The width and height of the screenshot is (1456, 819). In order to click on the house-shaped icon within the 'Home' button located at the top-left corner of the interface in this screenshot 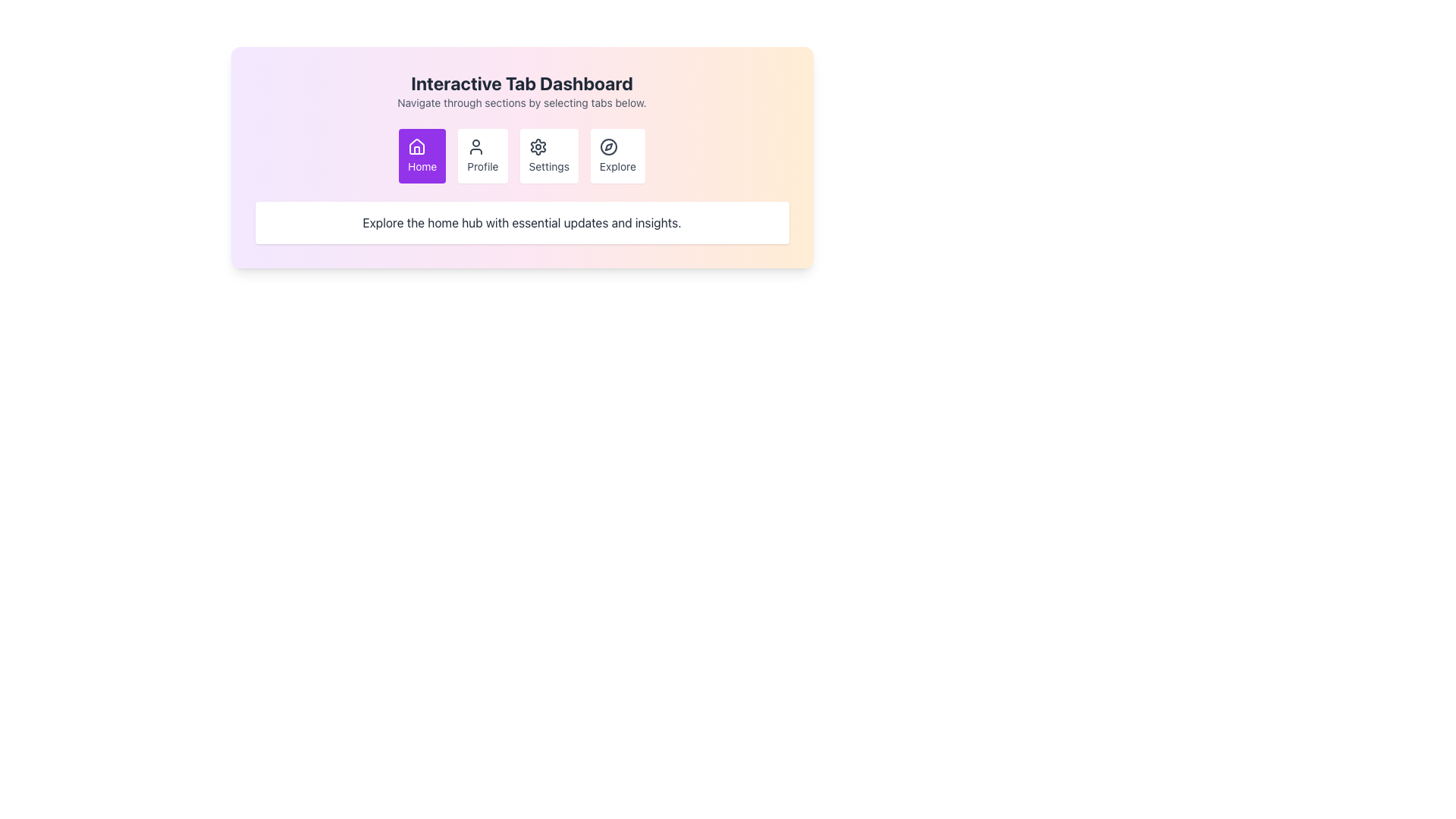, I will do `click(416, 150)`.